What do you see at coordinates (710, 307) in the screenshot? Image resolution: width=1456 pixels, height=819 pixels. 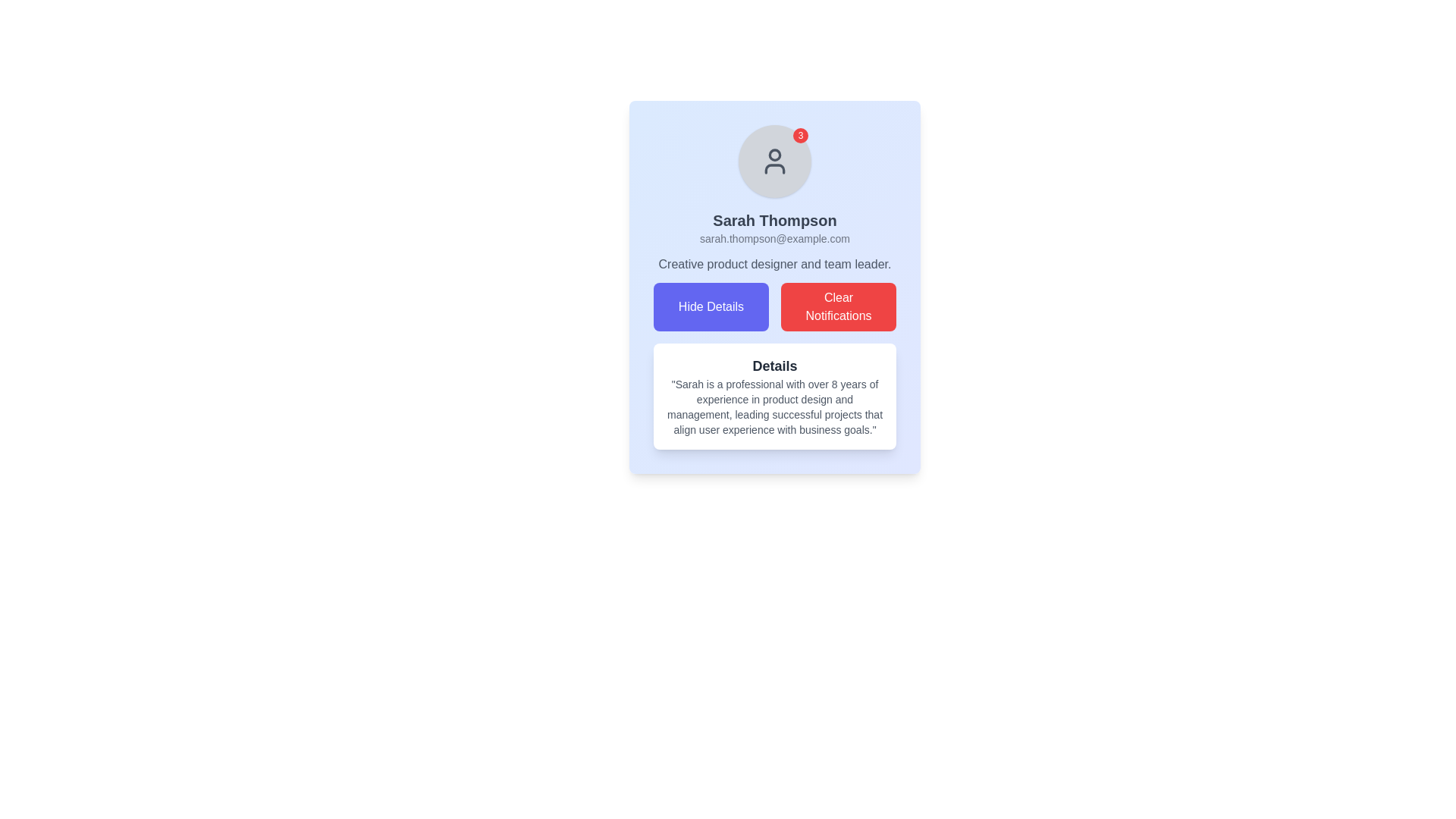 I see `the blue rectangular button labeled 'Hide Details' to change its color` at bounding box center [710, 307].